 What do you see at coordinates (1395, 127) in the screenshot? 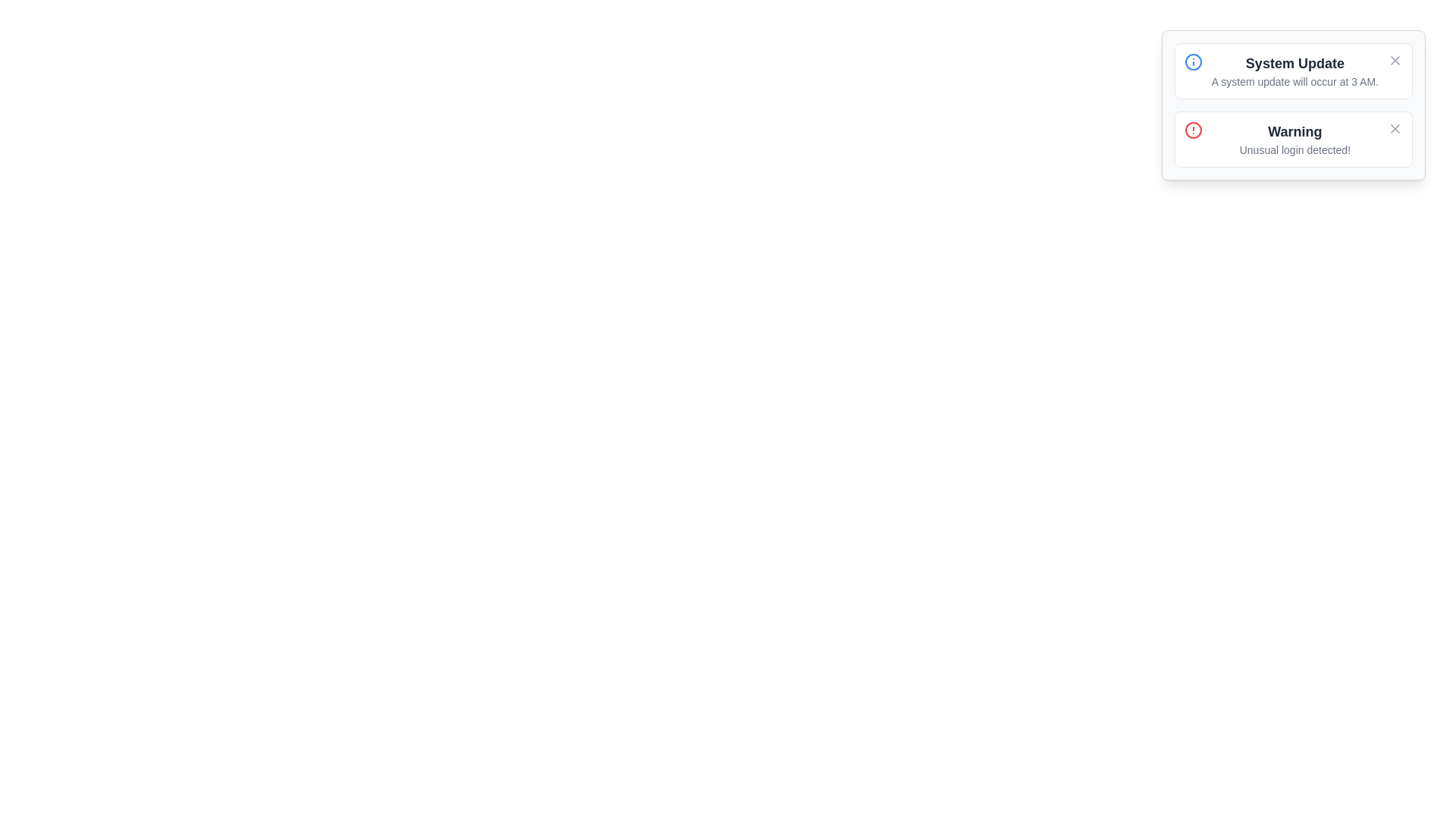
I see `the Close button icon located in the top-right corner of the 'Warning' message card` at bounding box center [1395, 127].